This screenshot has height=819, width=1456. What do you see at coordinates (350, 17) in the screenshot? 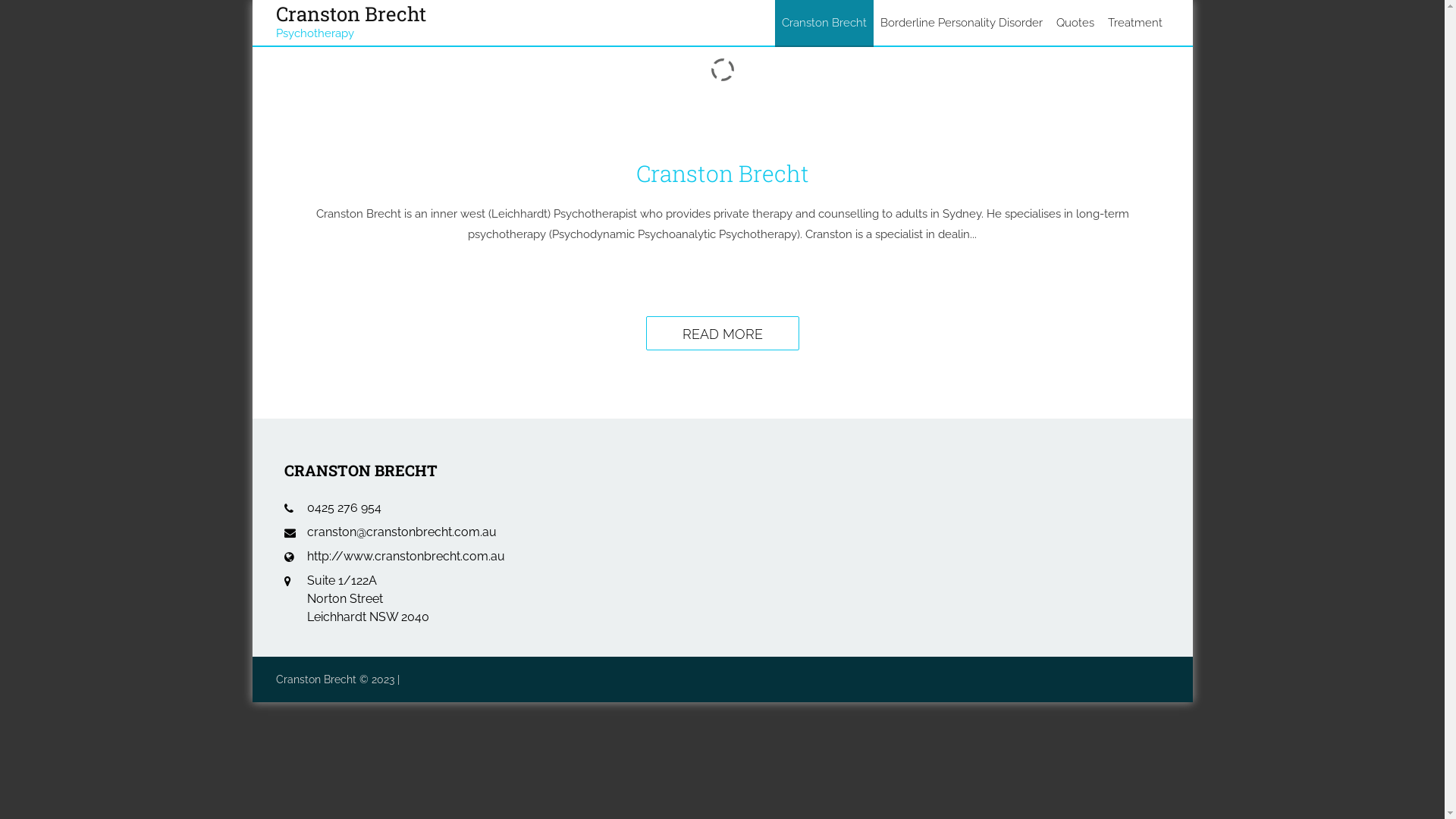
I see `'Cranston Brecht` at bounding box center [350, 17].